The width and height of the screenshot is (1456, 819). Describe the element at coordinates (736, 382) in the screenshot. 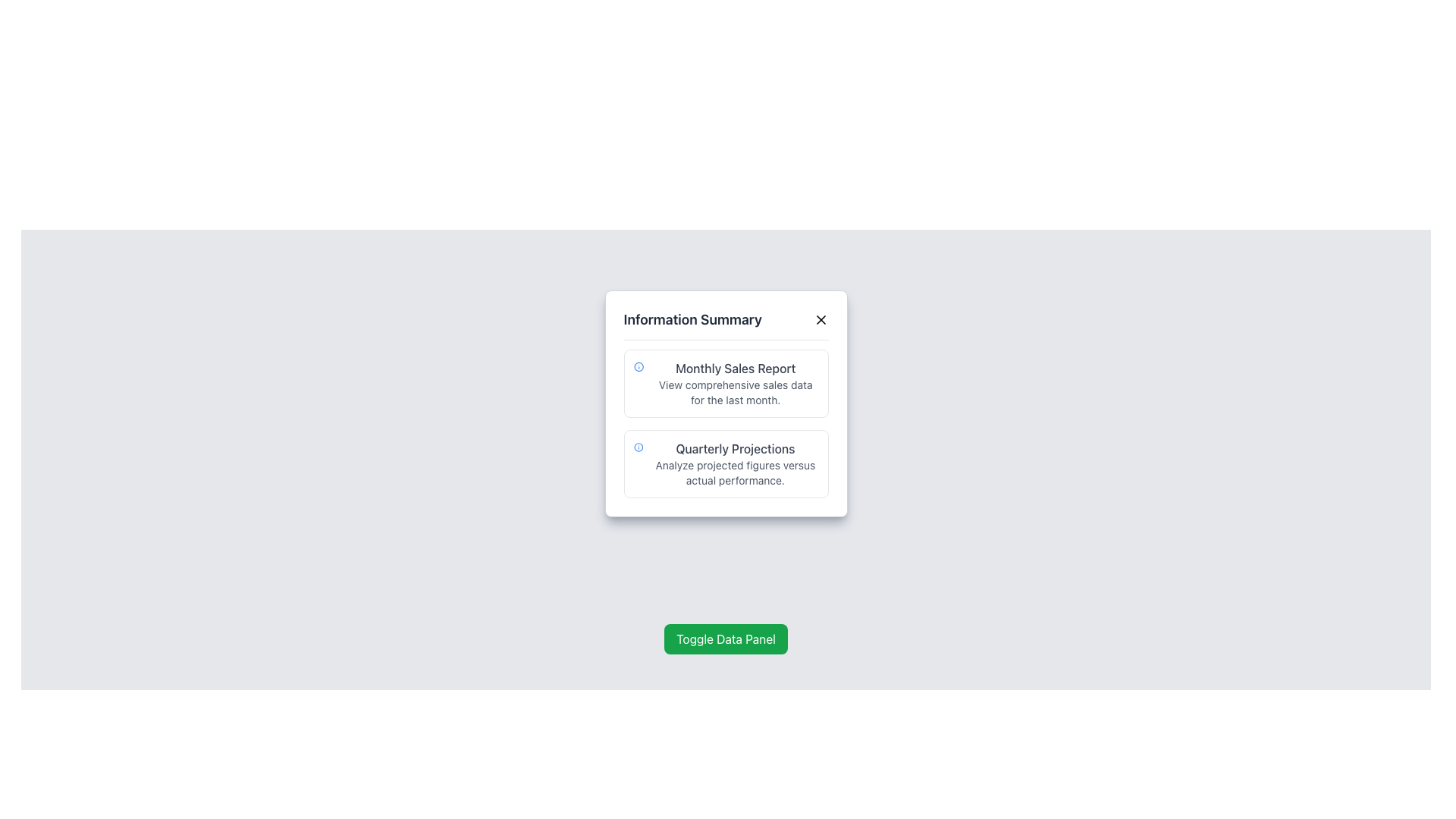

I see `the Label with Description that presents a selectable option for viewing monthly sales data, located in the 'Information Summary' section, positioned at the top-left of the list` at that location.